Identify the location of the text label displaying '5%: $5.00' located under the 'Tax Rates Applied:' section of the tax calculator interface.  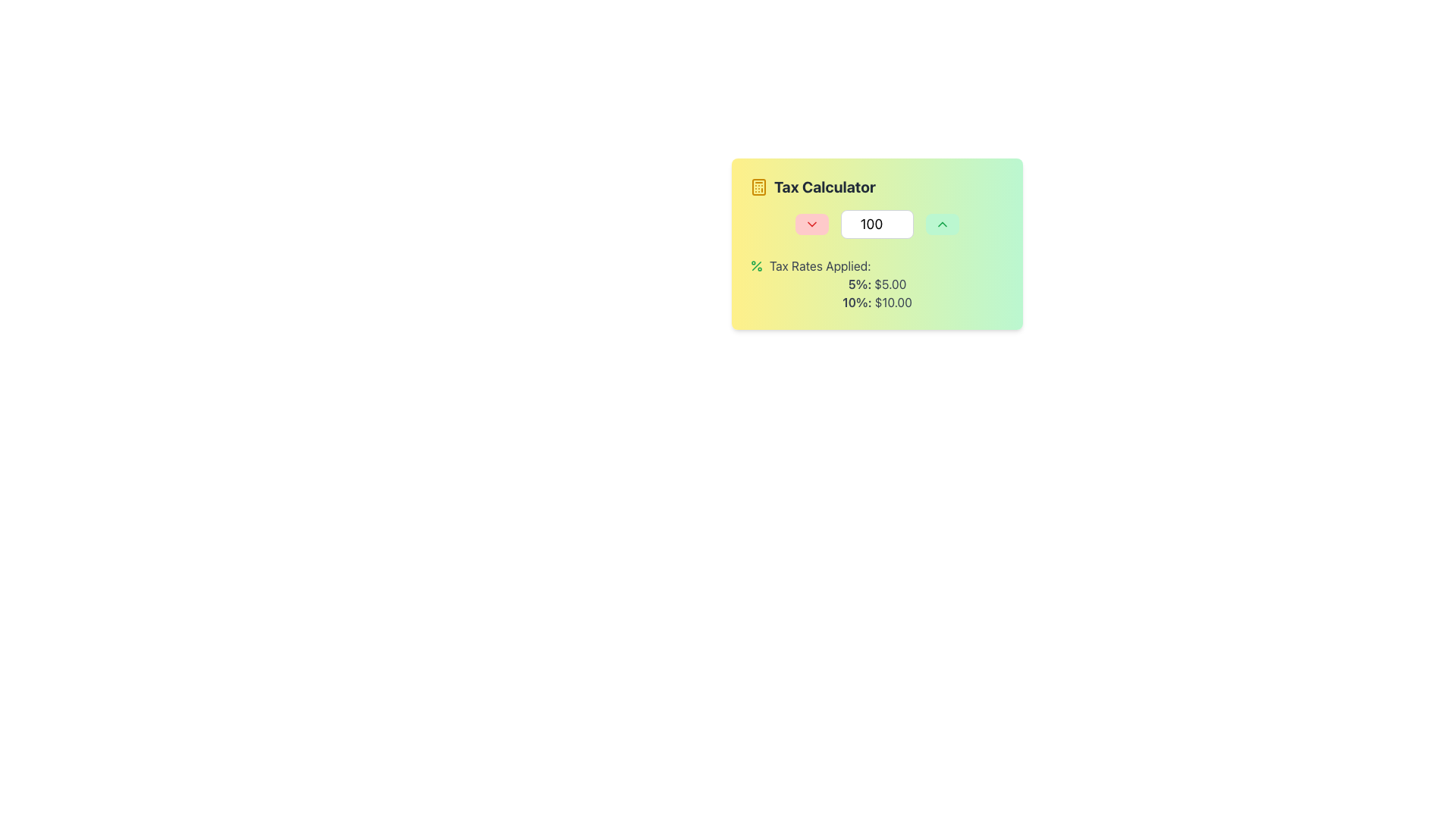
(877, 284).